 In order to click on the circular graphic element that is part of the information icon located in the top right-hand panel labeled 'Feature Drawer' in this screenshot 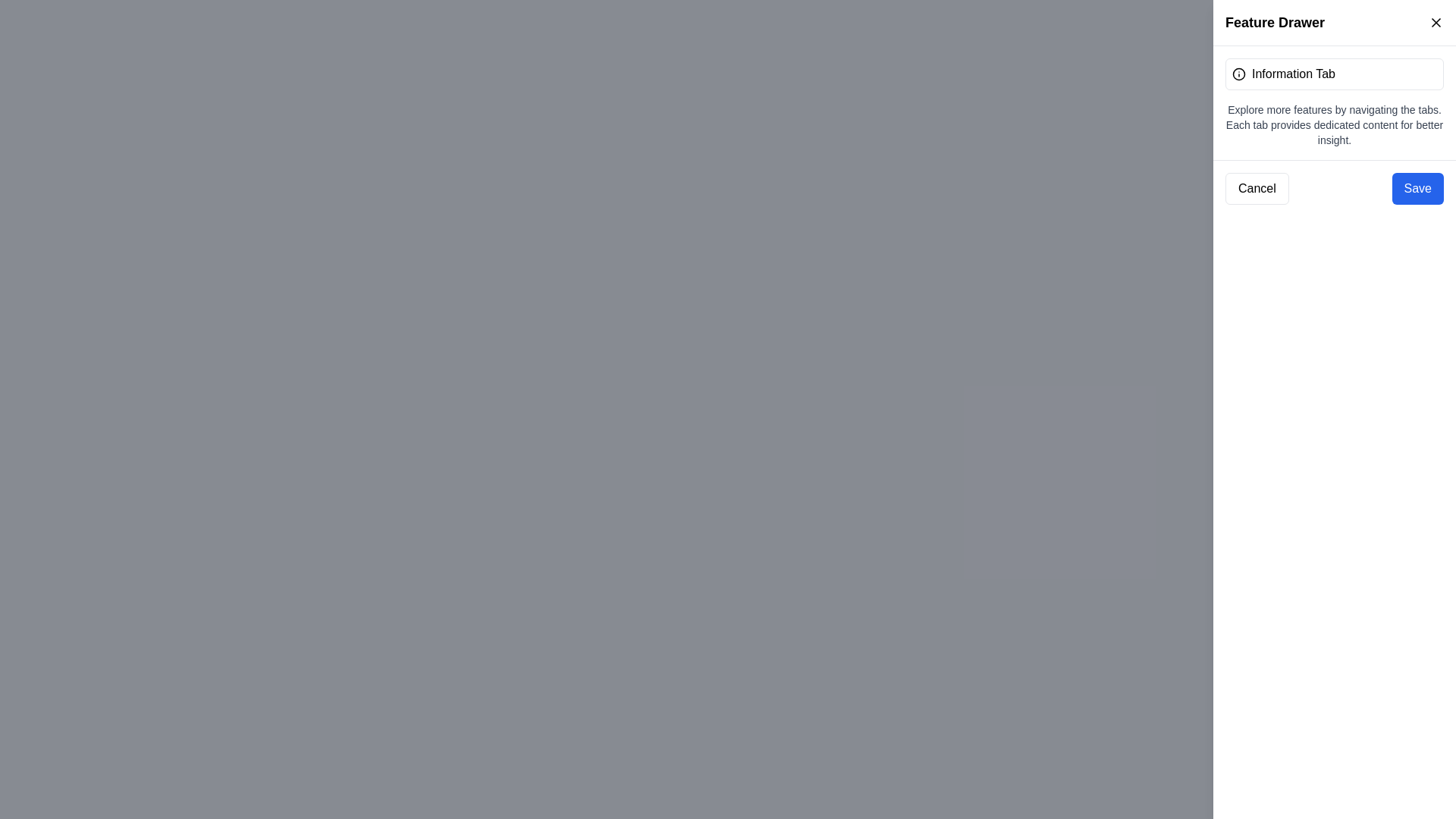, I will do `click(1238, 74)`.